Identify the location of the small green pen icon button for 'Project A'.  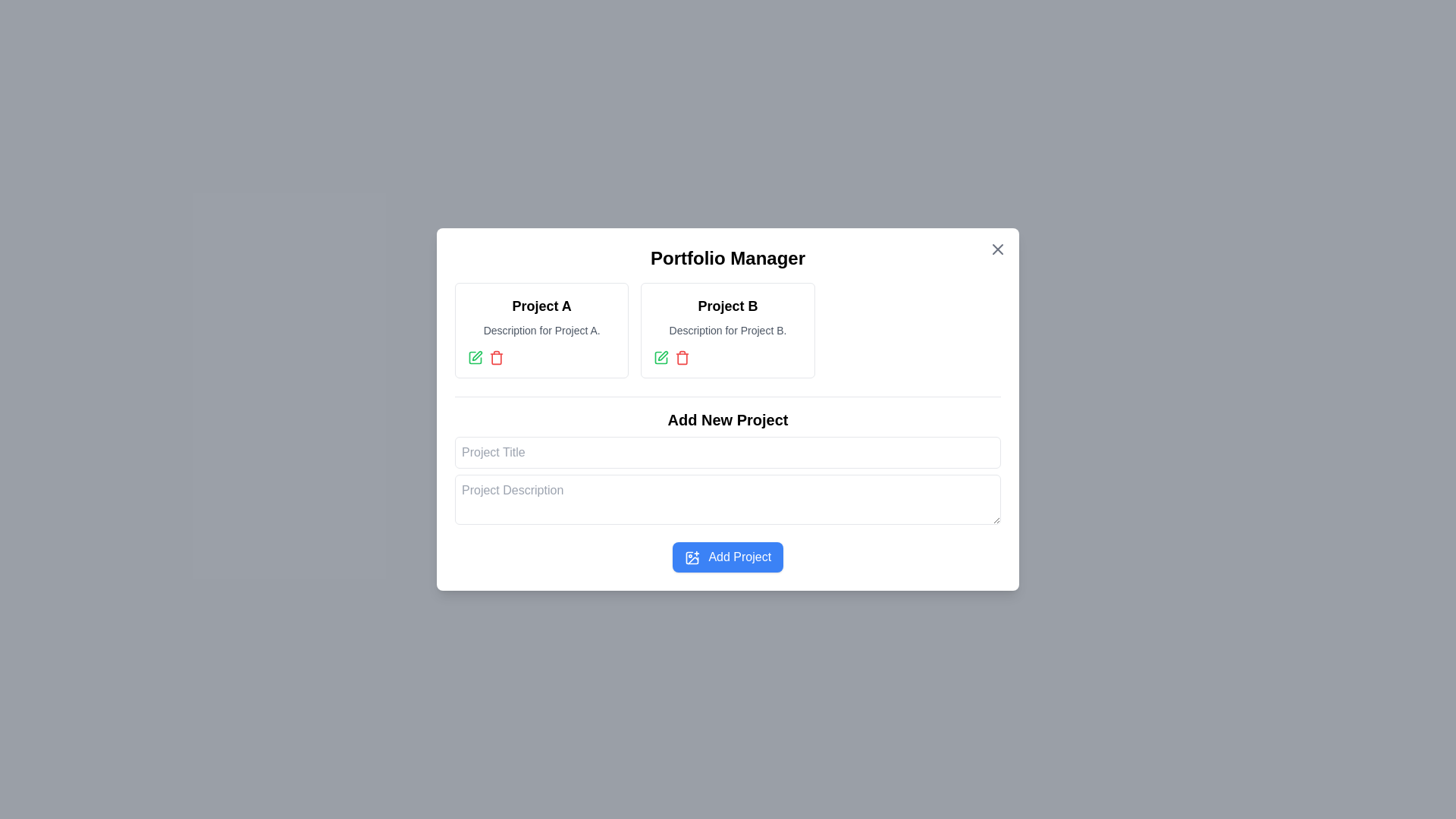
(475, 357).